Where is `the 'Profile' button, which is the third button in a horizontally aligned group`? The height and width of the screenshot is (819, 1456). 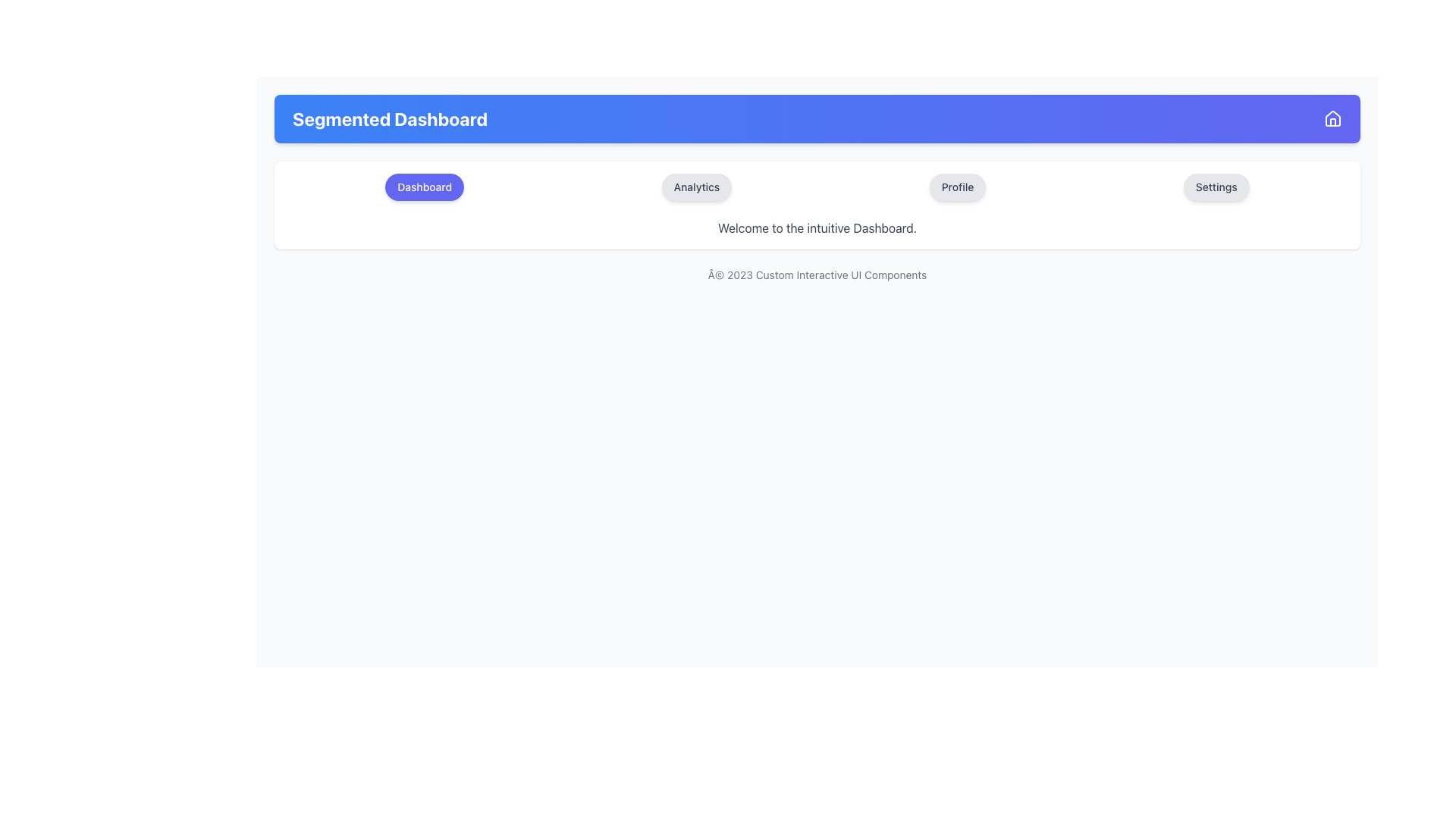 the 'Profile' button, which is the third button in a horizontally aligned group is located at coordinates (956, 186).